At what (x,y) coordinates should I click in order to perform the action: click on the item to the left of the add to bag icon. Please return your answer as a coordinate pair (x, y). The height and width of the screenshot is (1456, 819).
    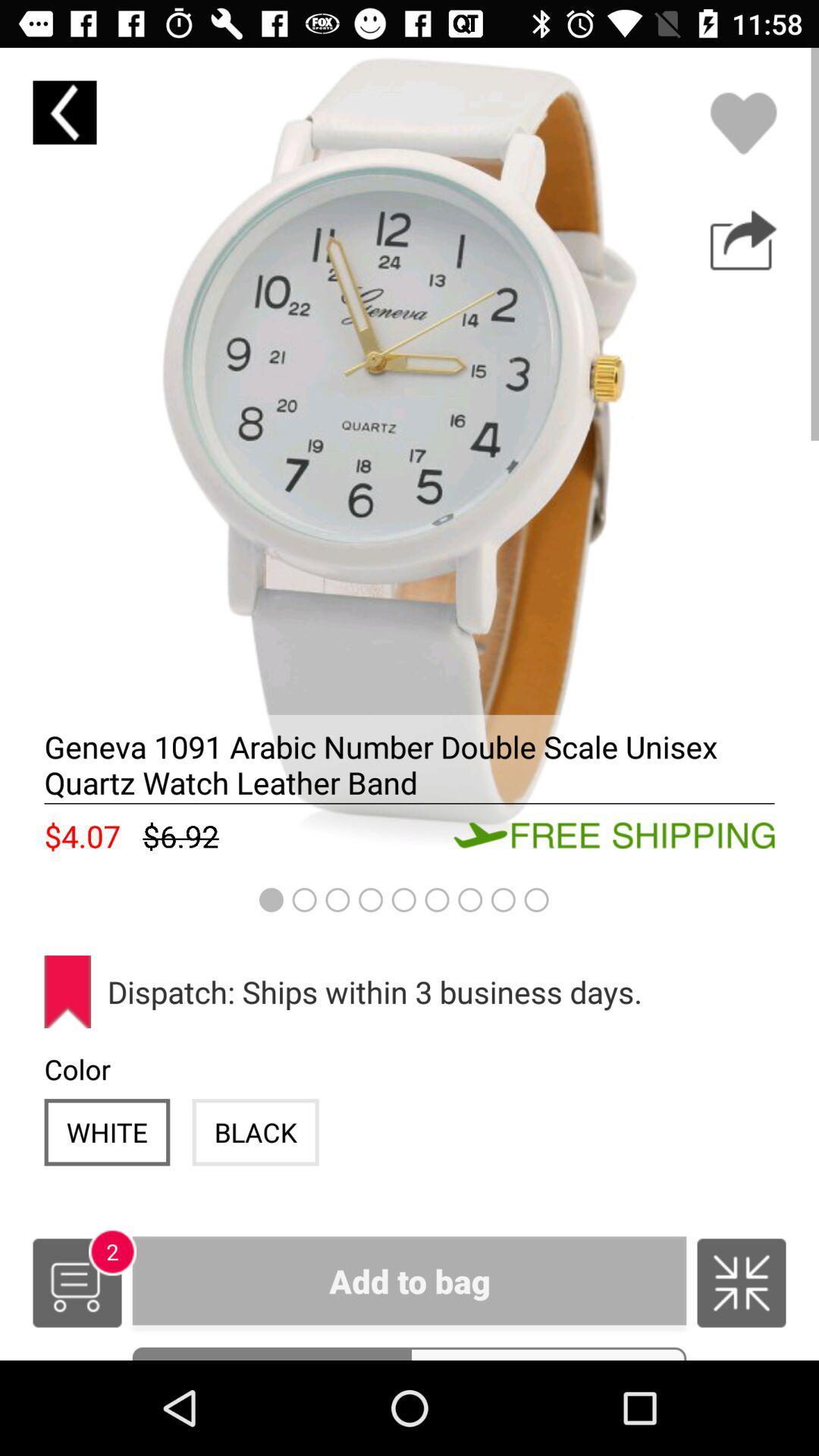
    Looking at the image, I should click on (77, 1282).